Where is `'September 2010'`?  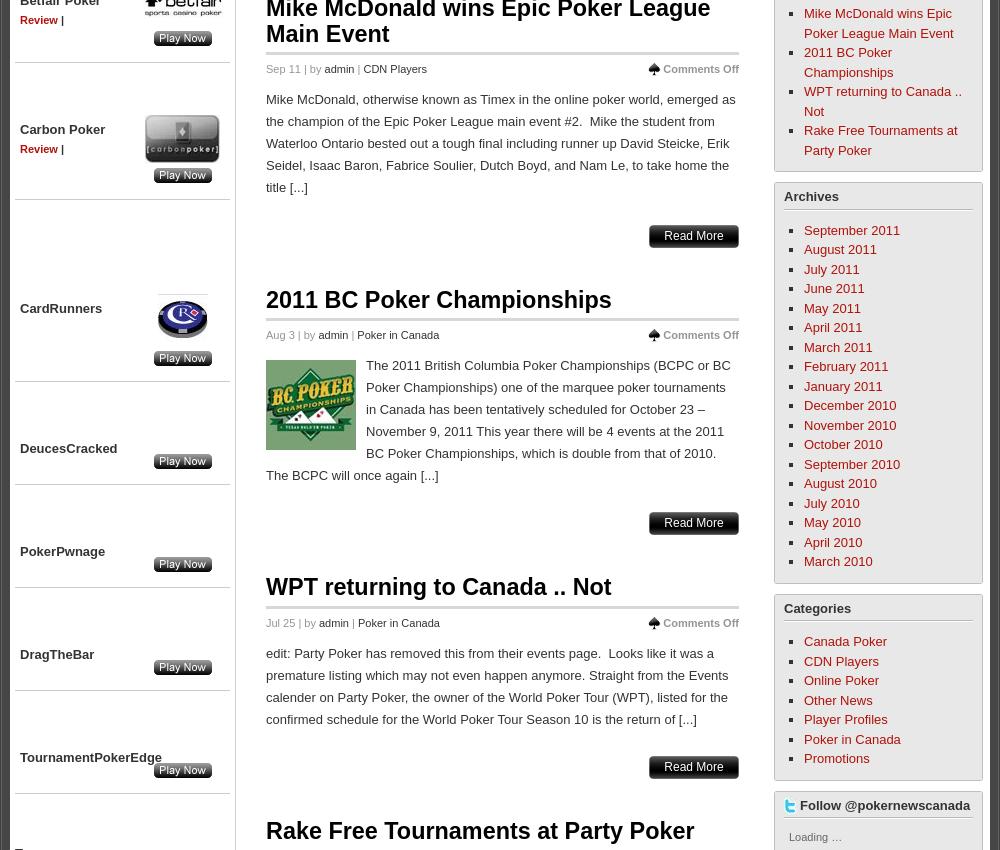 'September 2010' is located at coordinates (851, 462).